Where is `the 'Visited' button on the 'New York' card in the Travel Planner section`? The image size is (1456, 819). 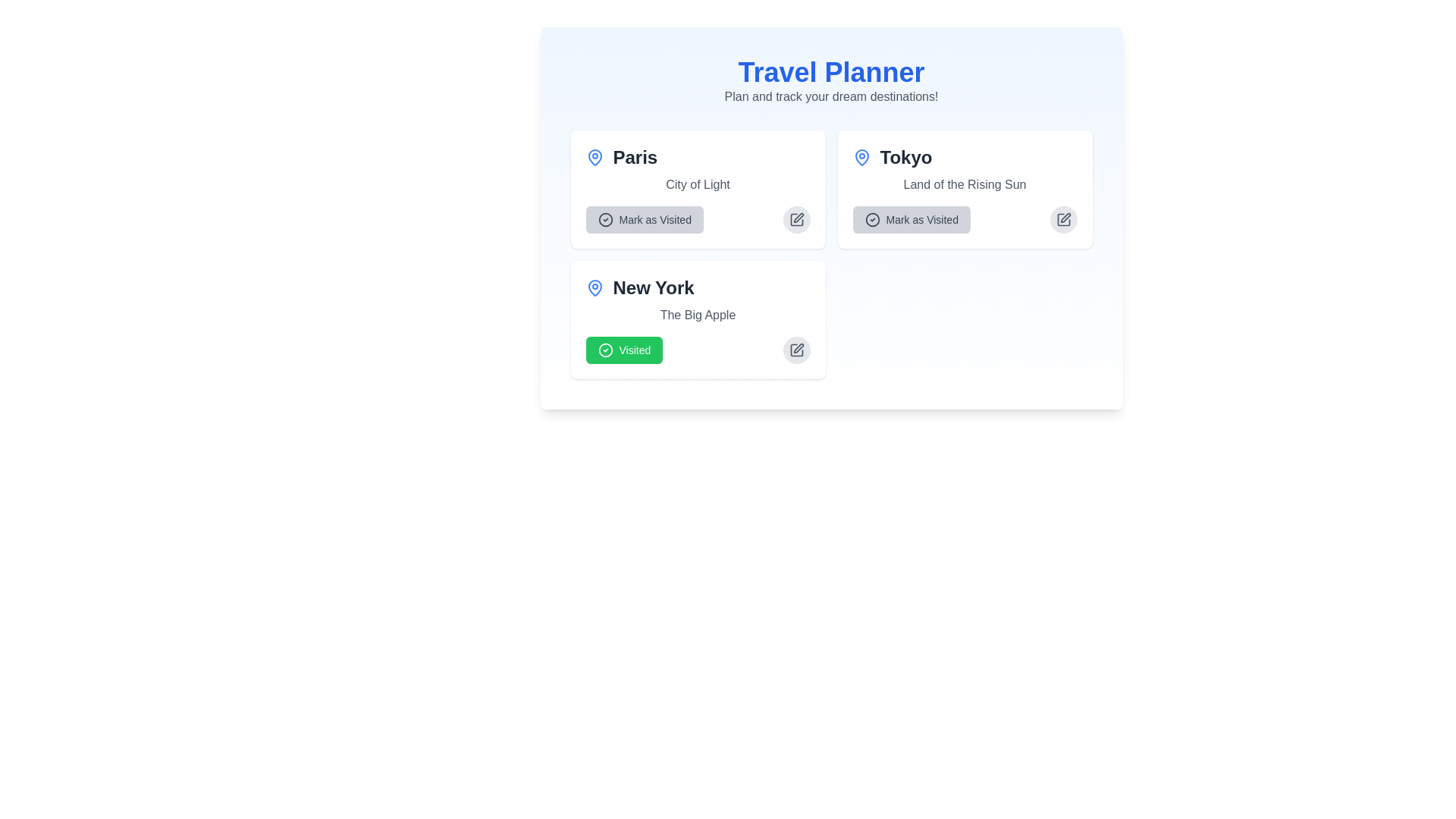 the 'Visited' button on the 'New York' card in the Travel Planner section is located at coordinates (697, 318).